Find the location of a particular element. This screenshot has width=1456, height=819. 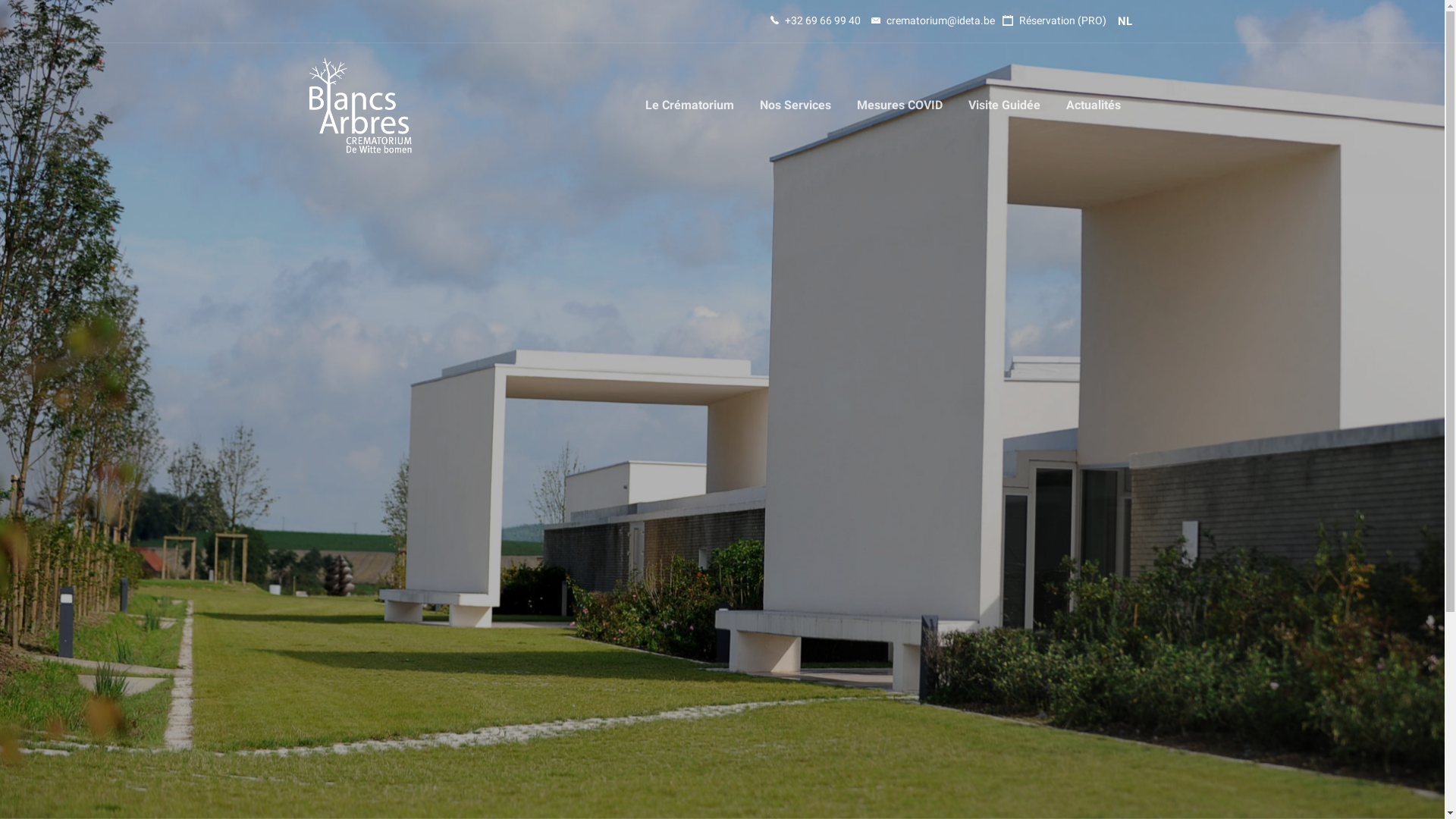

'Nos Services' is located at coordinates (793, 104).